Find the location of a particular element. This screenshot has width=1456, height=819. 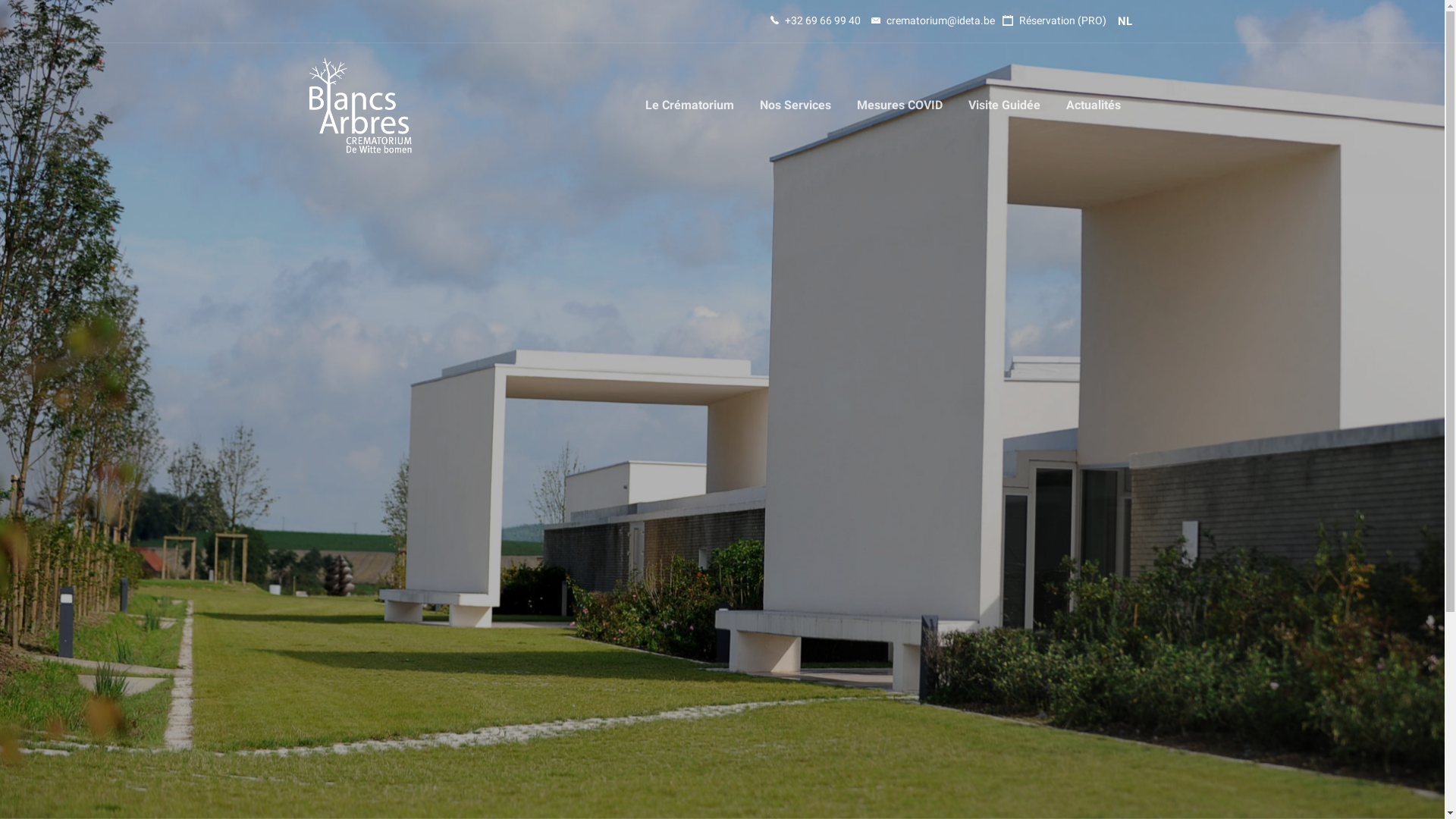

'Nos Services' is located at coordinates (793, 104).